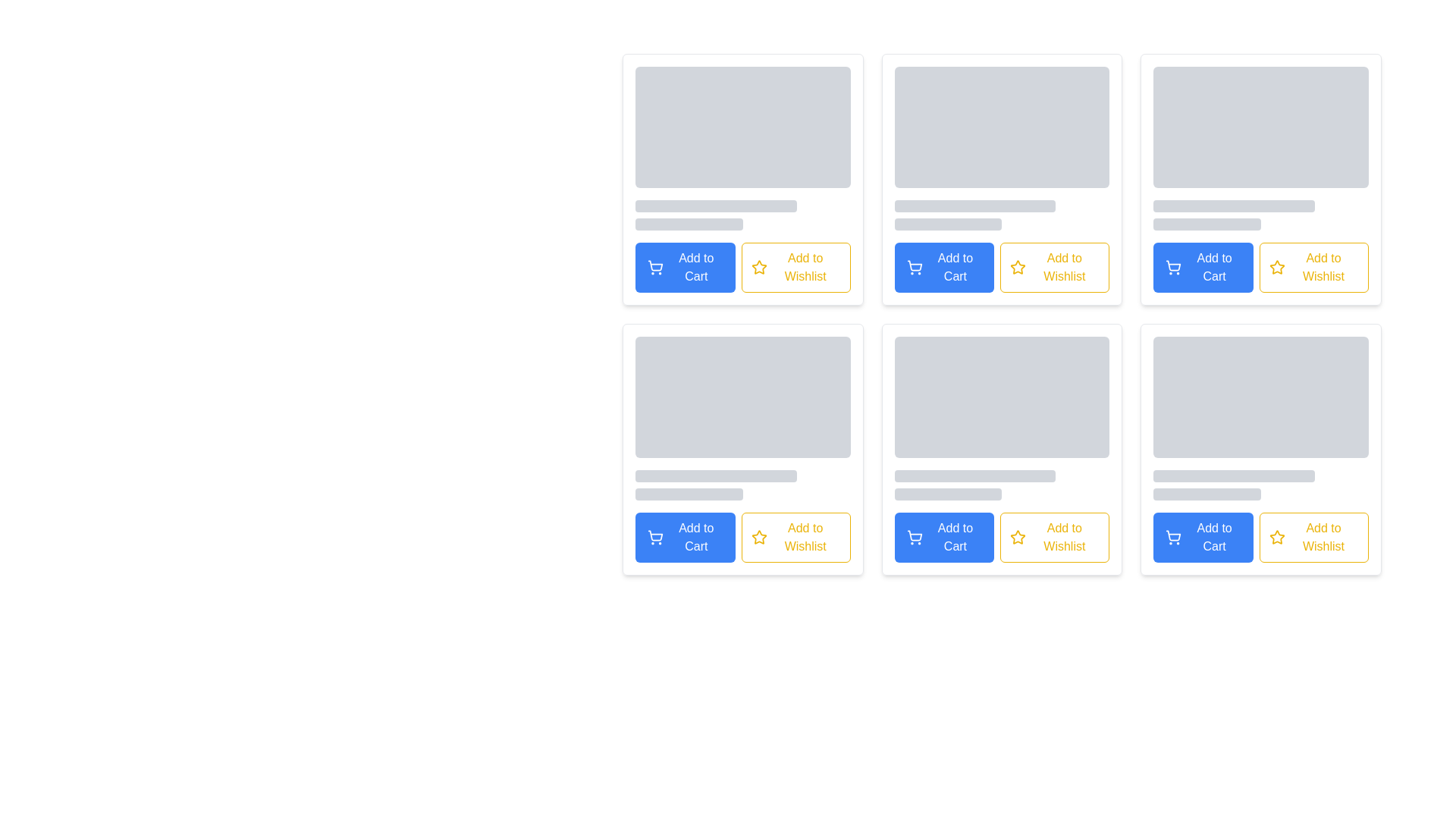 Image resolution: width=1456 pixels, height=819 pixels. Describe the element at coordinates (688, 494) in the screenshot. I see `the gray, rounded rectangular bar that is narrower than others, located below a wider gray bar and above interactive buttons` at that location.